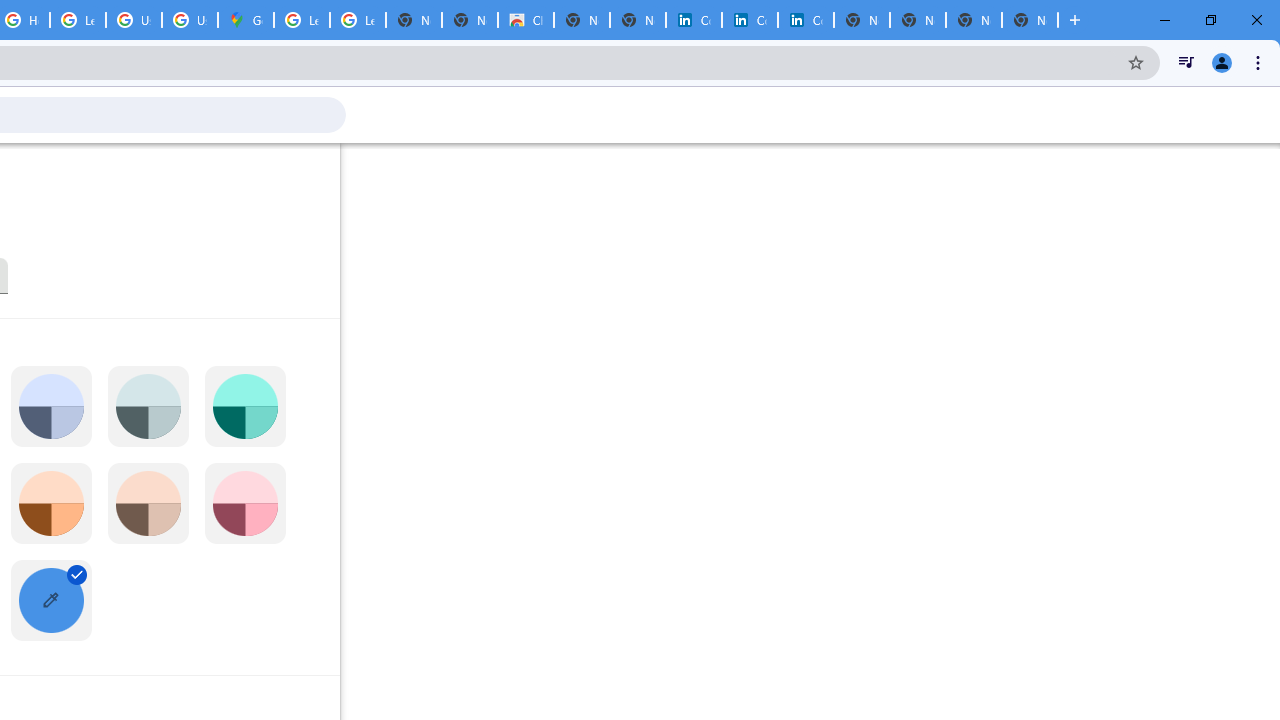 The image size is (1280, 720). What do you see at coordinates (526, 20) in the screenshot?
I see `'Chrome Web Store'` at bounding box center [526, 20].